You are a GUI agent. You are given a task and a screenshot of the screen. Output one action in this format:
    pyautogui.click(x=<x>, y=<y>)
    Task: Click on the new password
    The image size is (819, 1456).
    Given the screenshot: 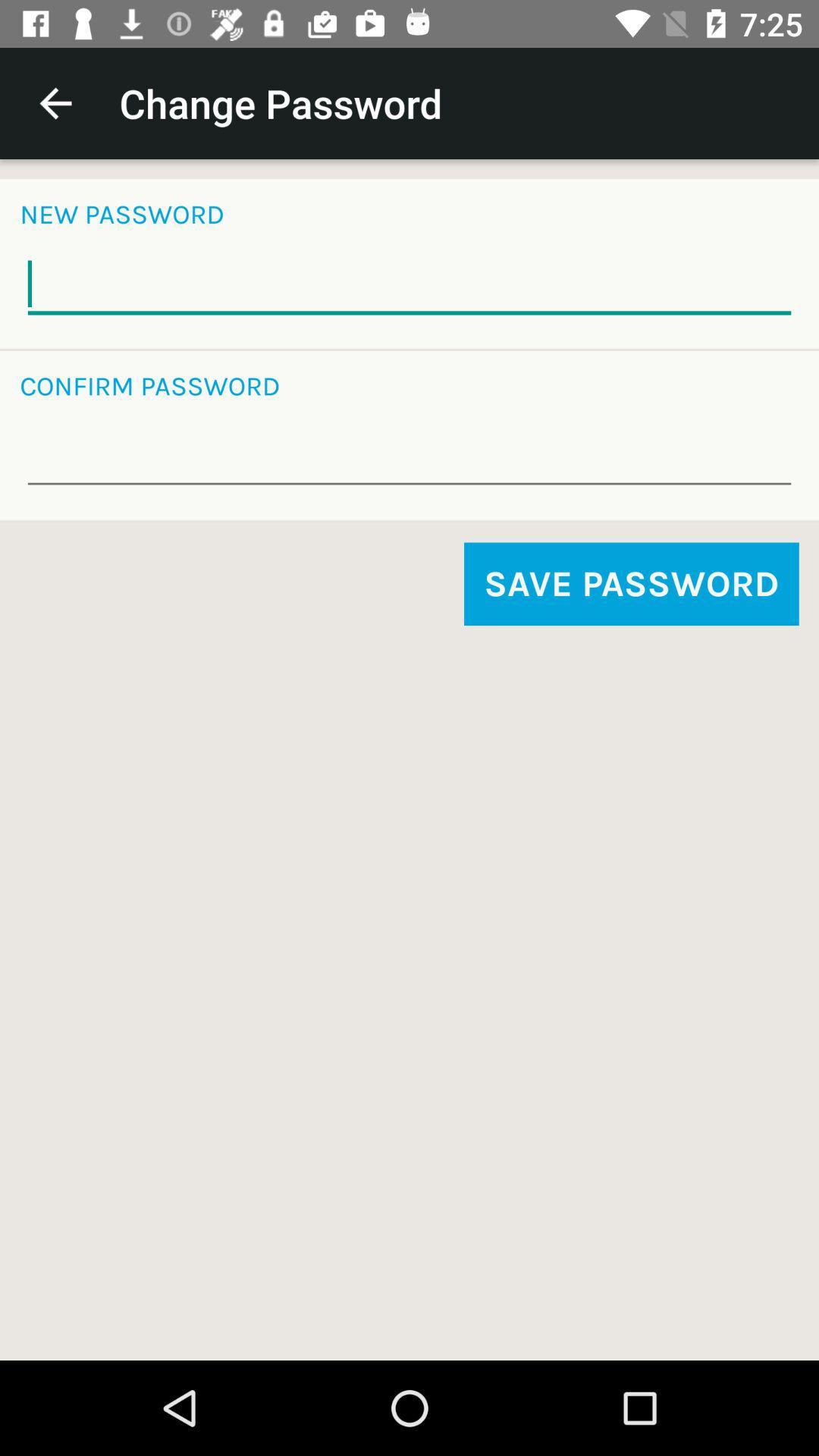 What is the action you would take?
    pyautogui.click(x=409, y=284)
    